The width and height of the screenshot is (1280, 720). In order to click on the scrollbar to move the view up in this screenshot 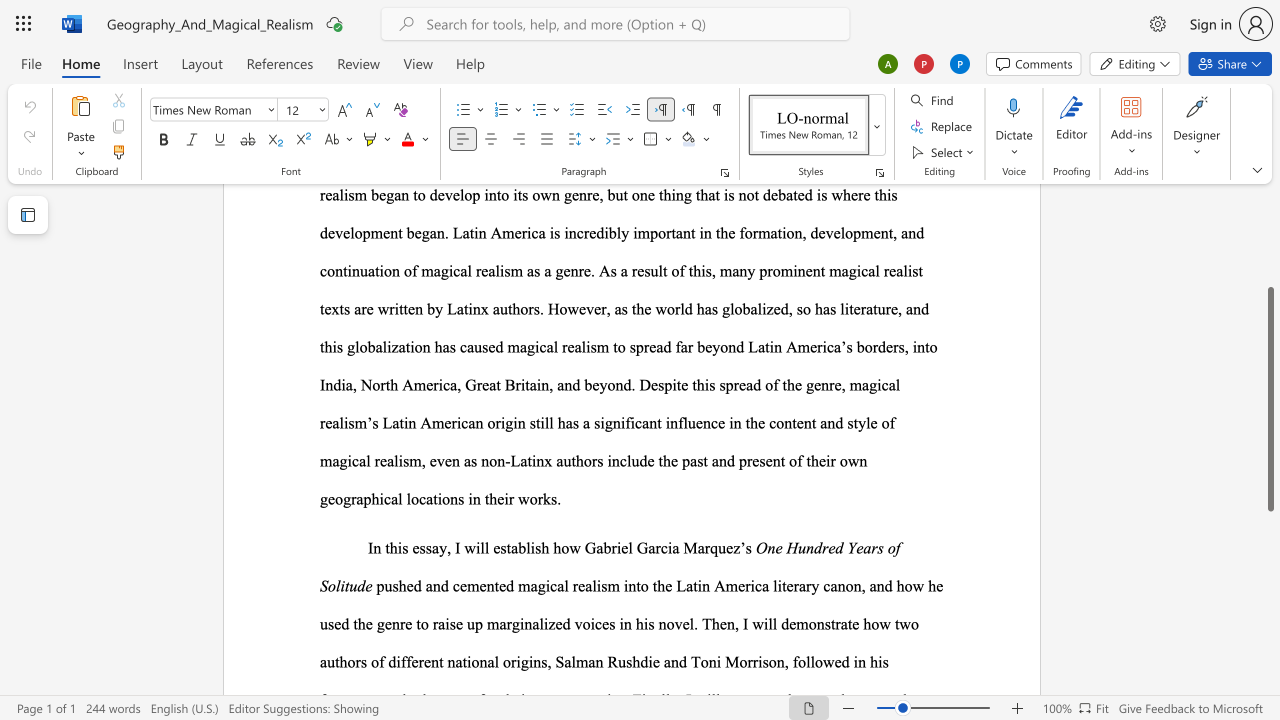, I will do `click(1269, 220)`.